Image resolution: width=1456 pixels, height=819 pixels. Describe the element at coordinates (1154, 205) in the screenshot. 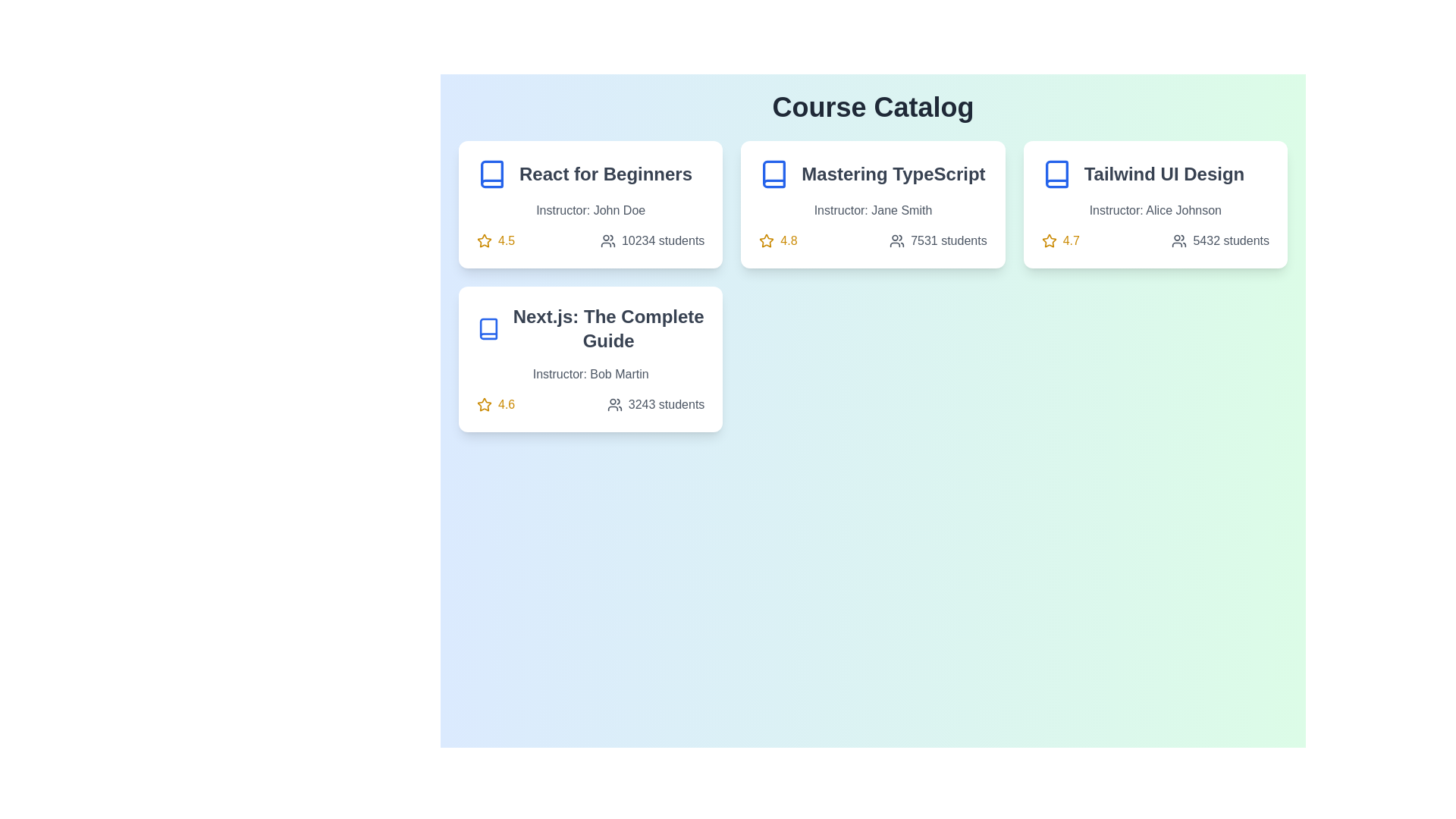

I see `the 'Tailwind UI Design' card component located at the top-right corner of the course catalog to compare it with other courses in the layout` at that location.